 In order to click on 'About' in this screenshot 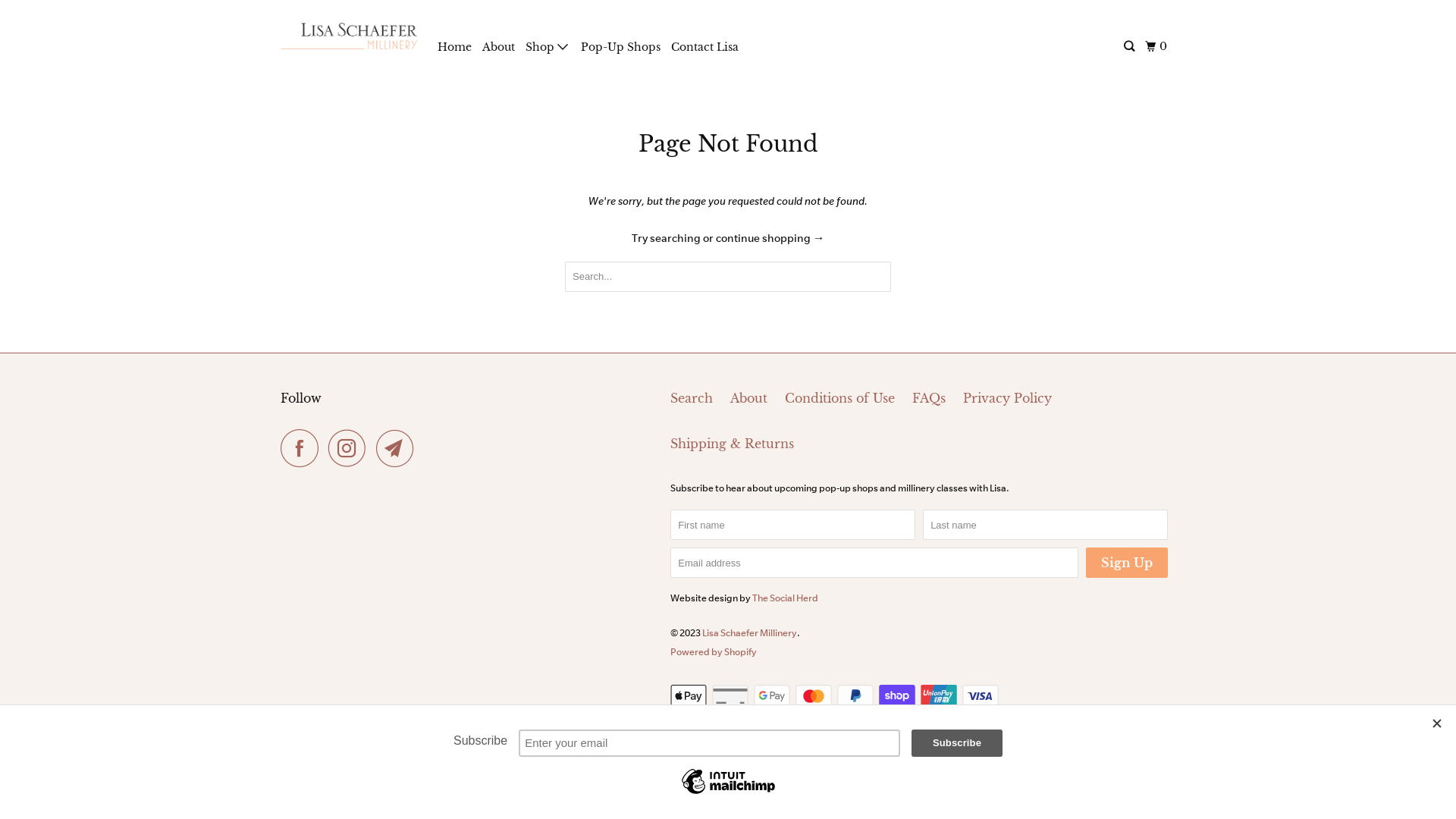, I will do `click(498, 45)`.